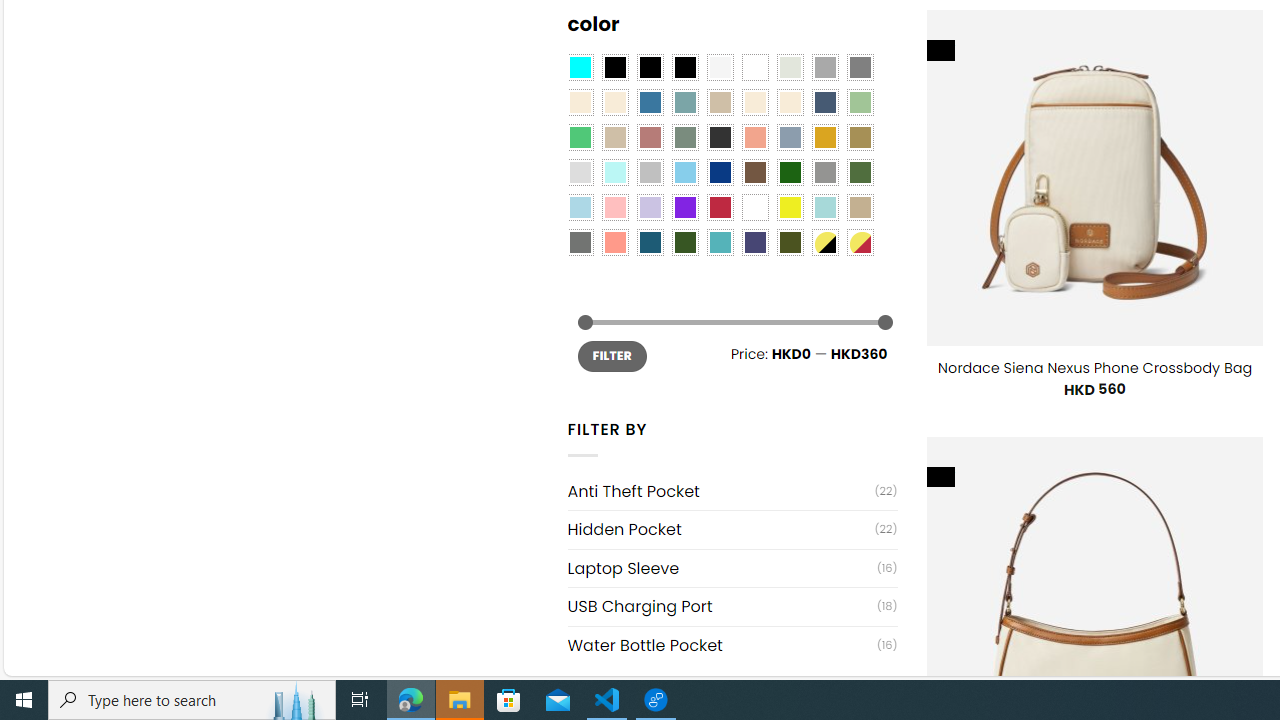  Describe the element at coordinates (720, 242) in the screenshot. I see `'Teal'` at that location.